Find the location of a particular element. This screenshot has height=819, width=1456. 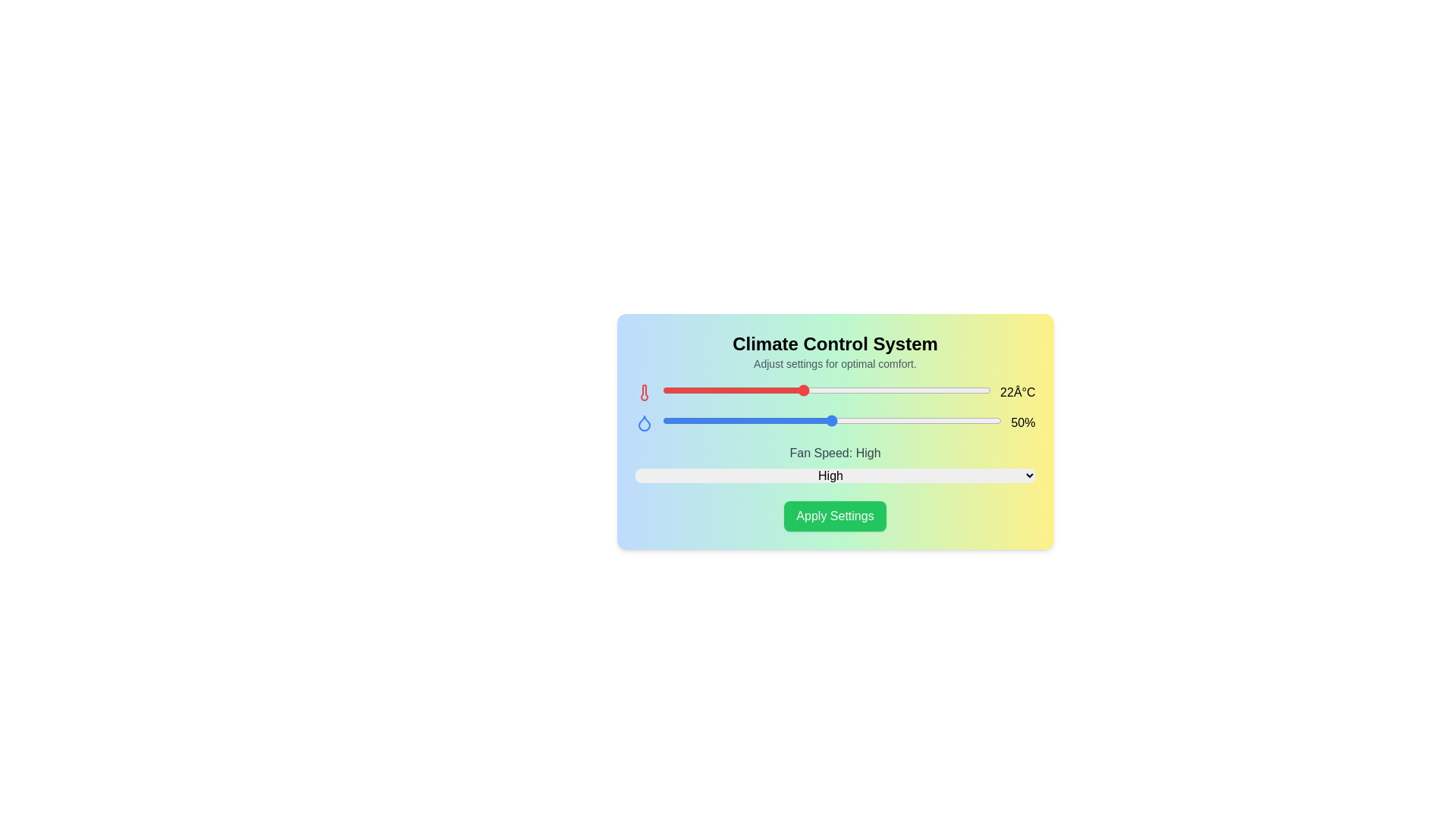

the humidity slider to 59% is located at coordinates (908, 421).